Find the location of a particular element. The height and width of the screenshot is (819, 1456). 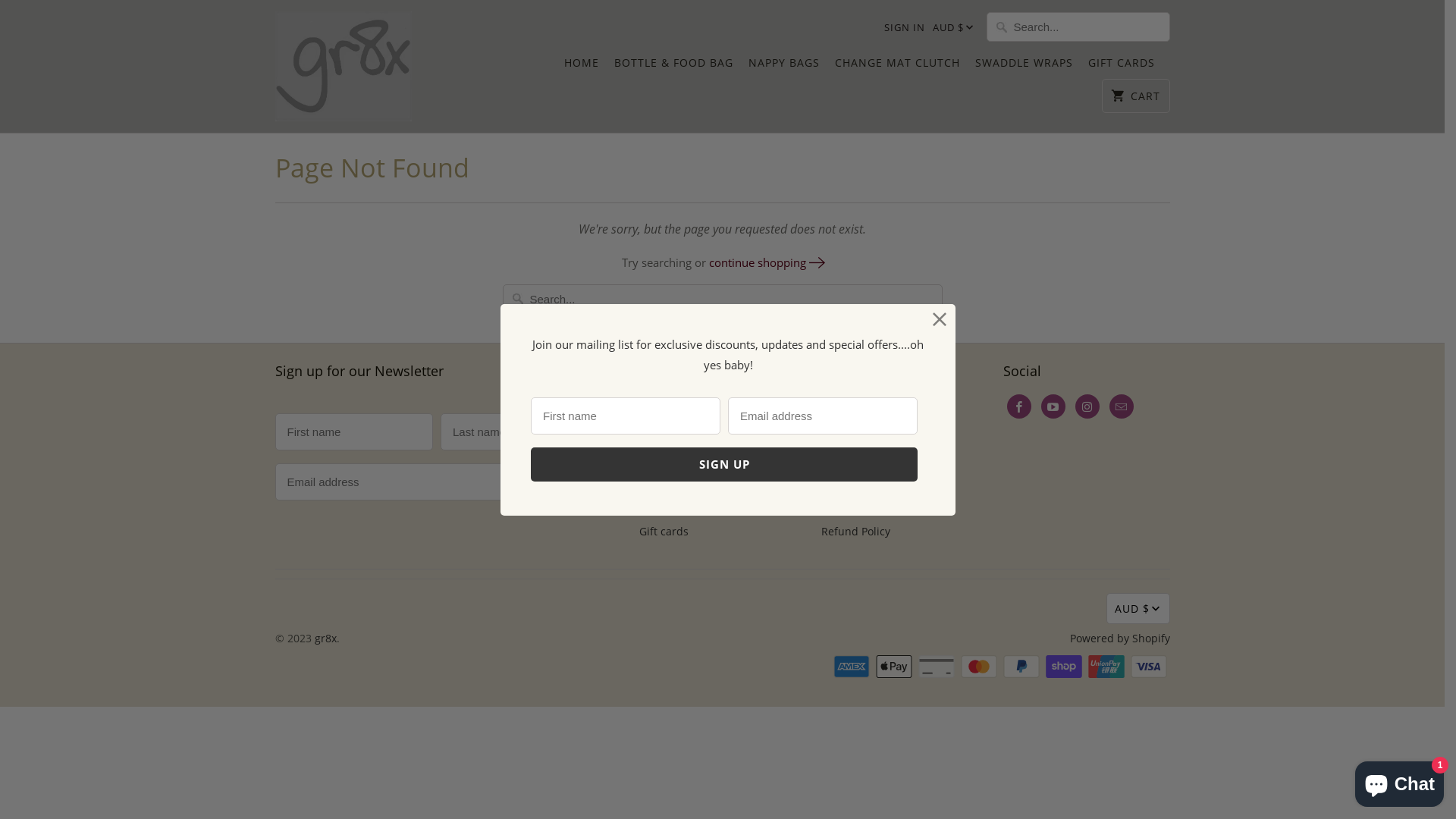

'Close' is located at coordinates (939, 318).